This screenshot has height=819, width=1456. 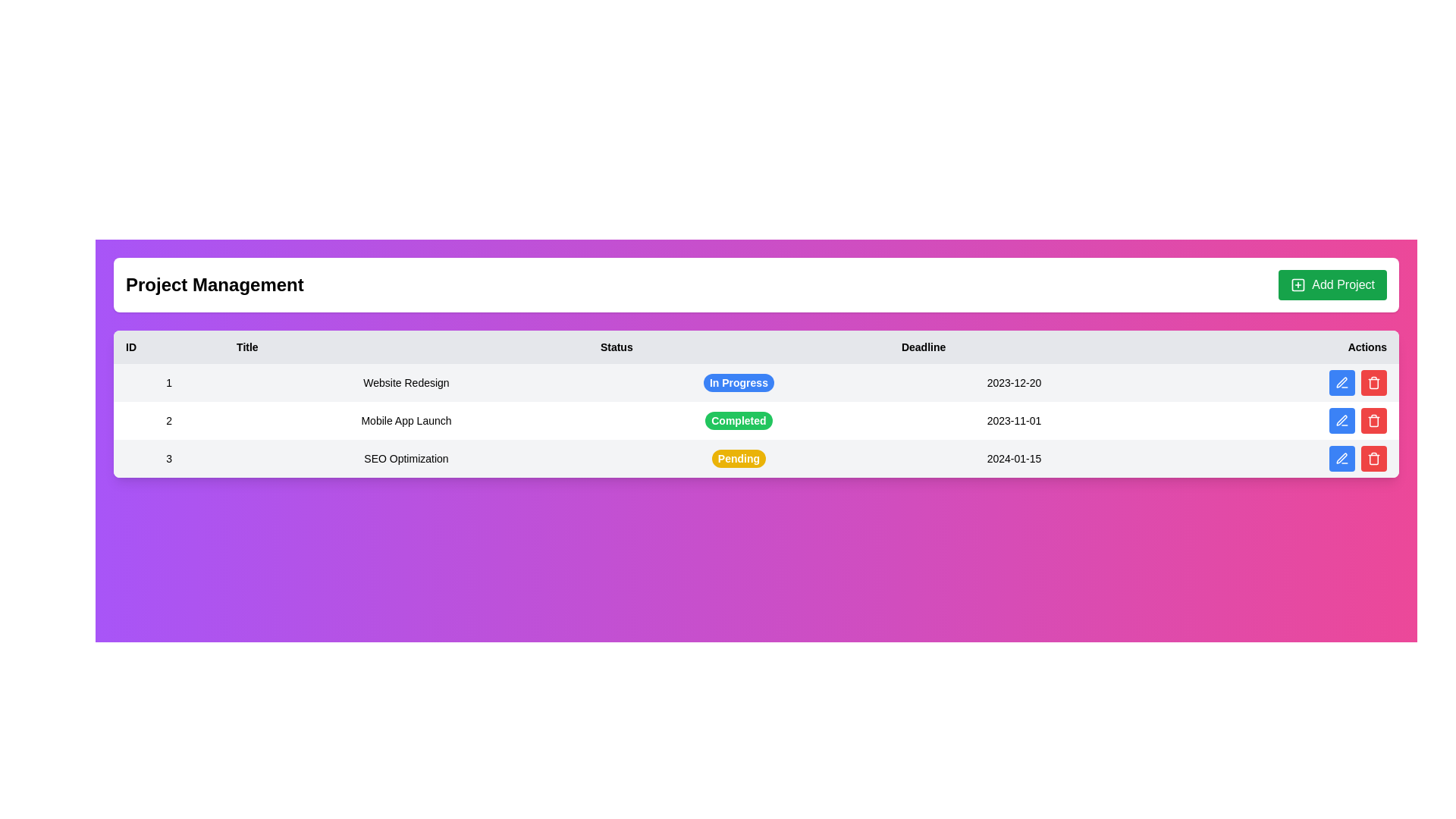 What do you see at coordinates (739, 421) in the screenshot?
I see `the 'Completed' status badge located in the second row of the project list table under the 'Status' column, positioned between 'Mobile App Launch' and the deadline date '2023-11-01'` at bounding box center [739, 421].